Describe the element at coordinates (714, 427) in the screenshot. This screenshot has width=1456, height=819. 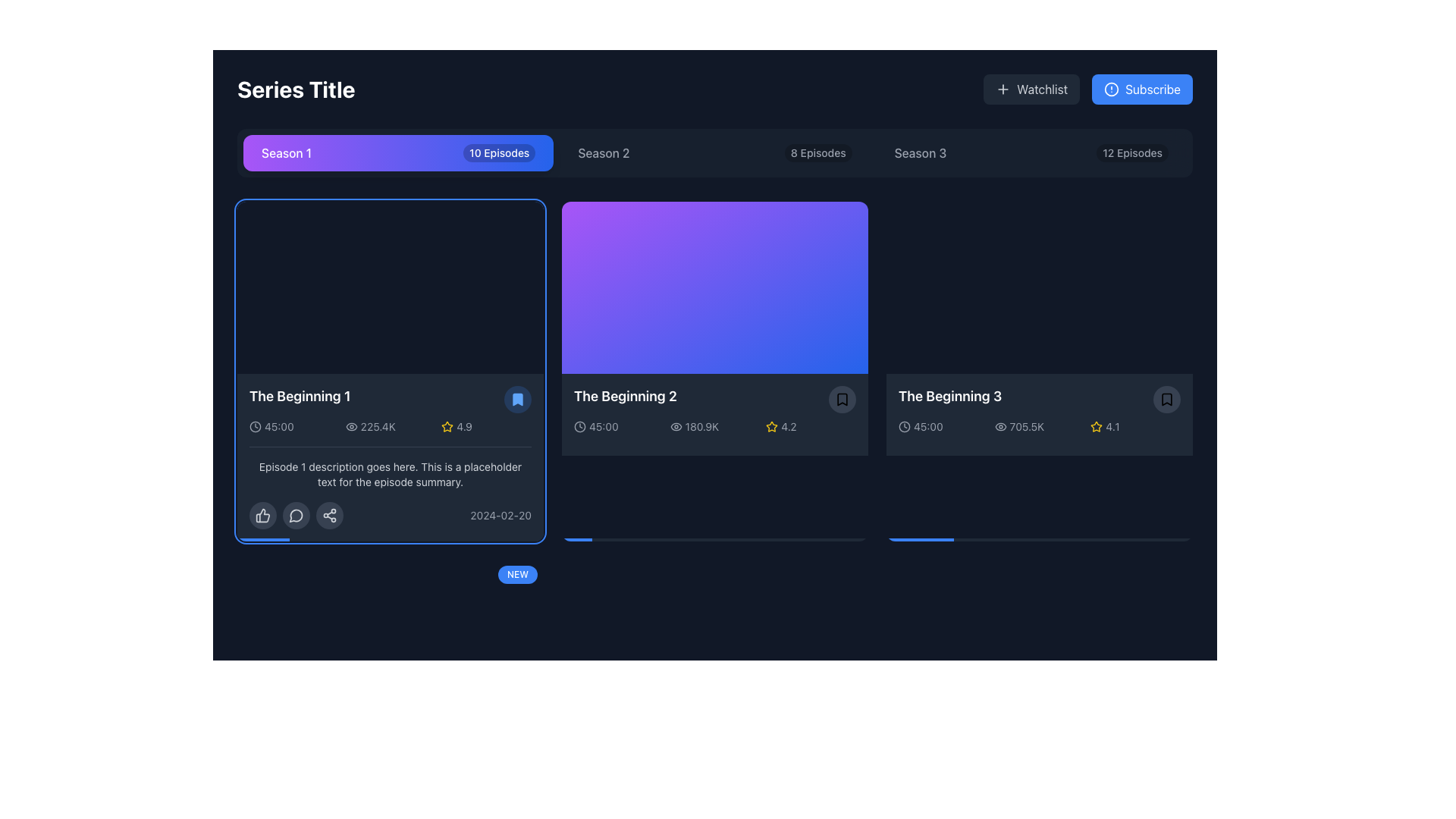
I see `the composite text and icon group displaying metadata for 'The Beginning 2', which includes a clock icon showing '45:00', an eye icon with '180.9K', and a star icon with a rating of '4.2', located beneath the title in the center card of the second row` at that location.